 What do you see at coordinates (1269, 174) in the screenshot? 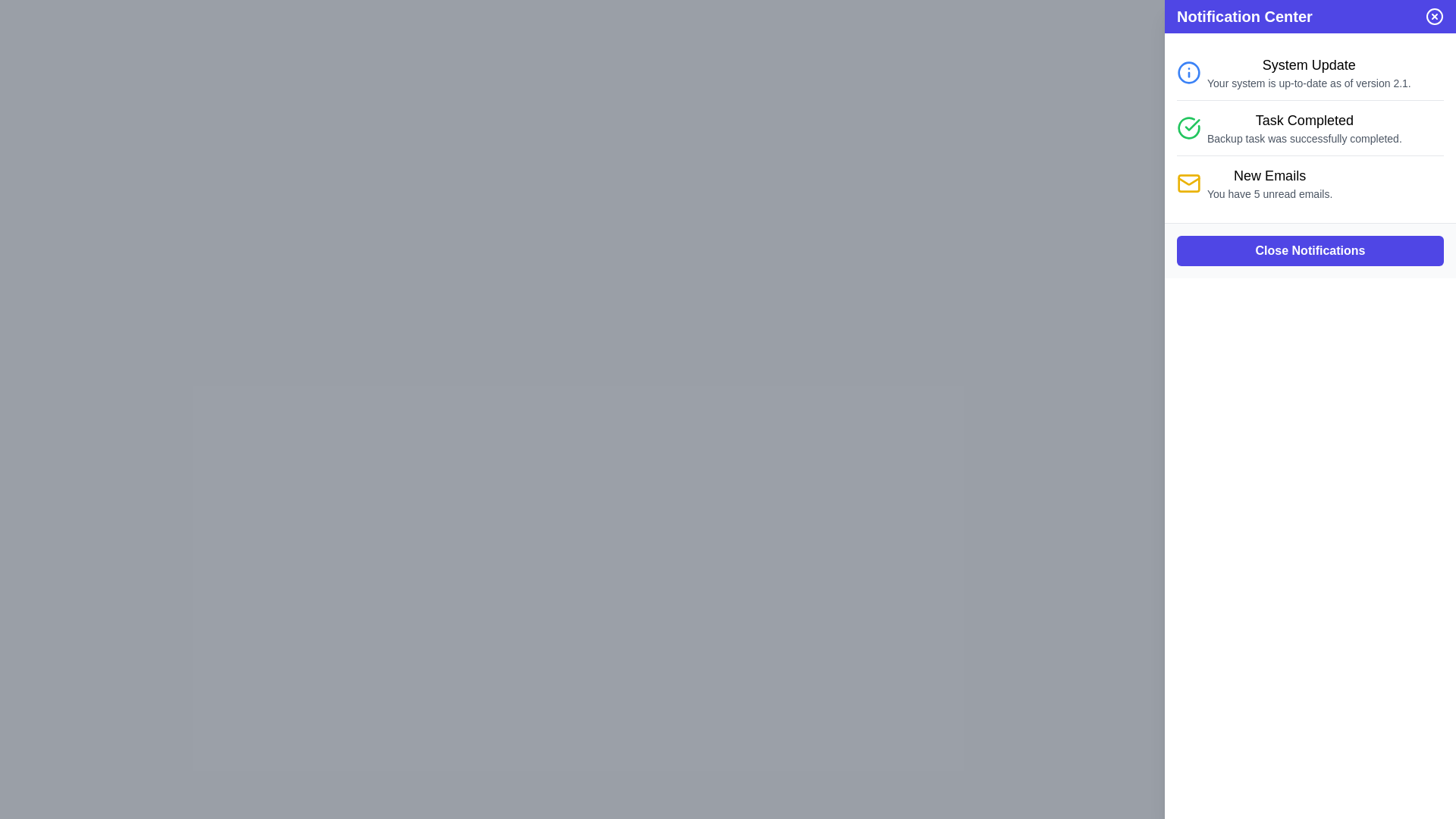
I see `the text label reading 'New Emails', which is styled with a medium font weight and large font size, located in the notification section of the interface` at bounding box center [1269, 174].